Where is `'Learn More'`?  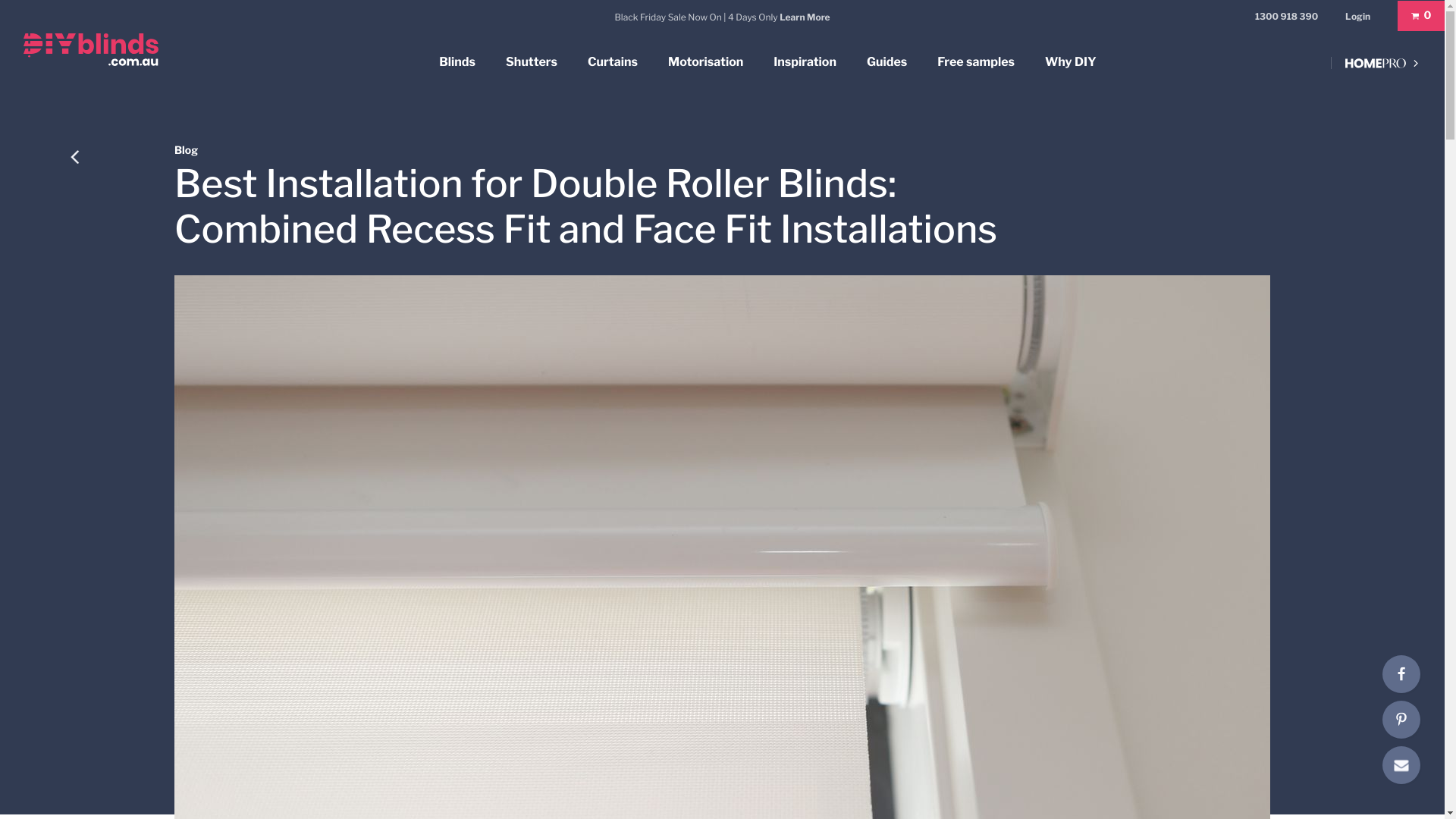
'Learn More' is located at coordinates (803, 17).